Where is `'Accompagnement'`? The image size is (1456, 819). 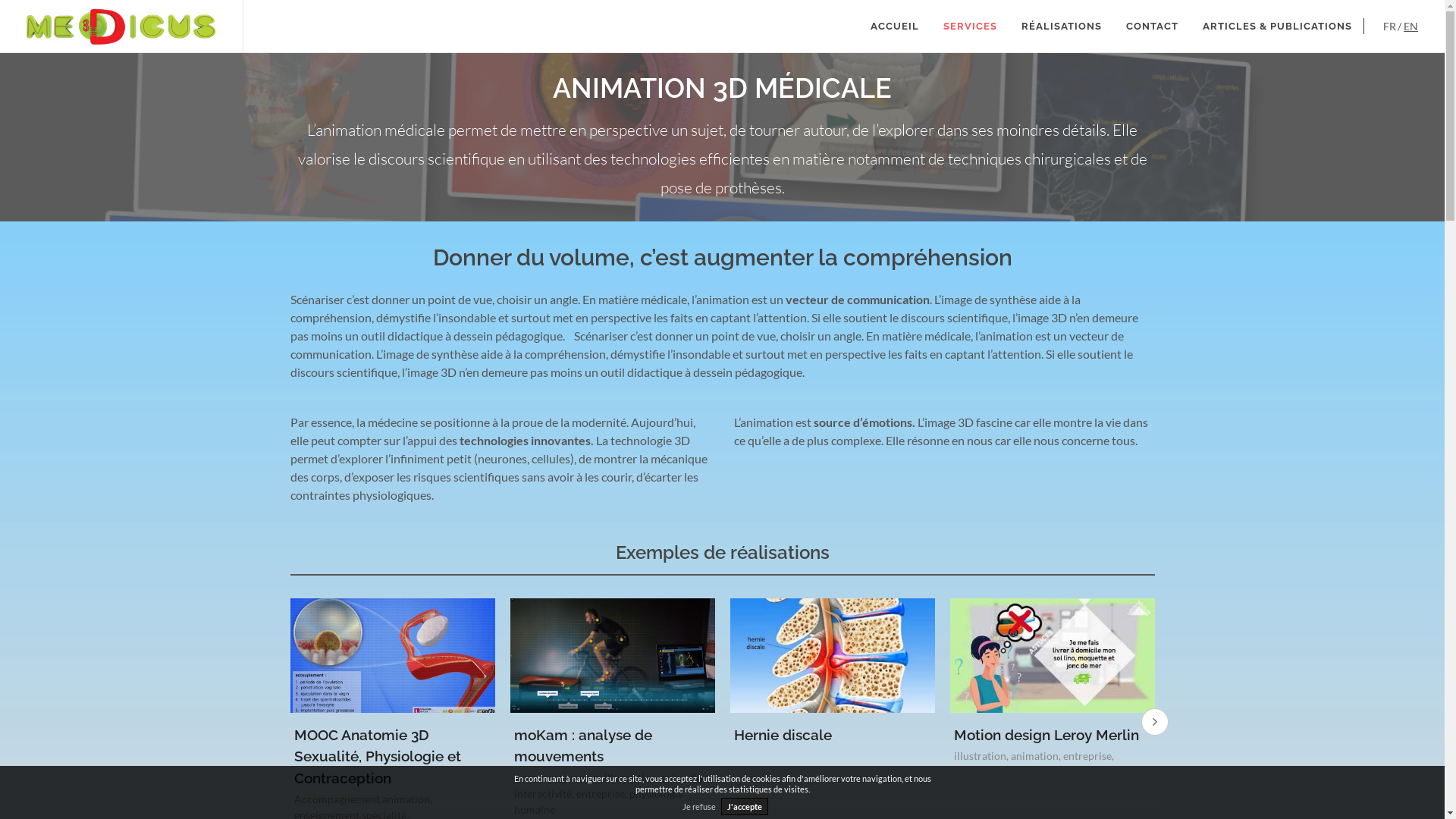
'Accompagnement' is located at coordinates (513, 777).